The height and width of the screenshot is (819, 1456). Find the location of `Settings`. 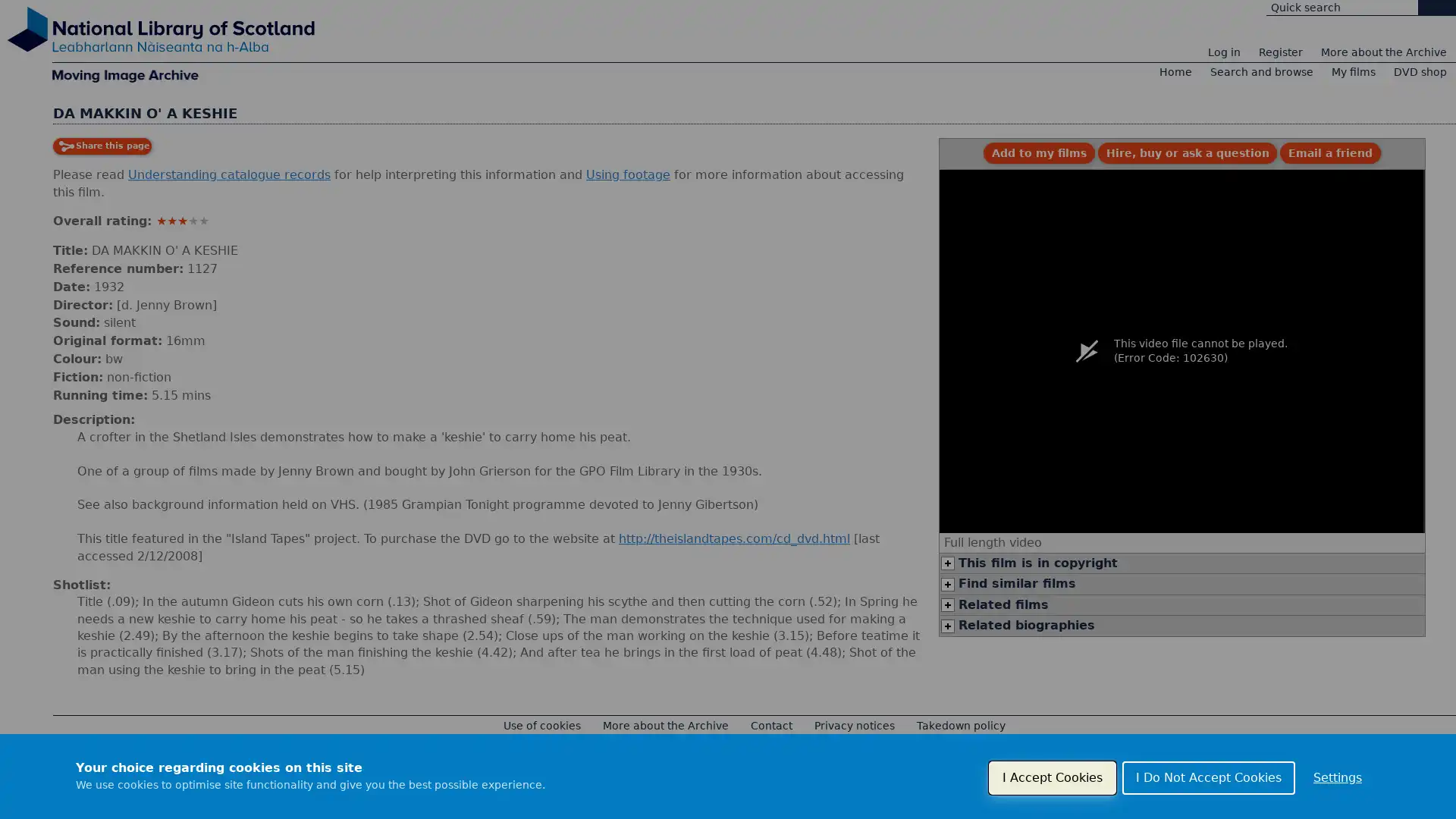

Settings is located at coordinates (1337, 778).